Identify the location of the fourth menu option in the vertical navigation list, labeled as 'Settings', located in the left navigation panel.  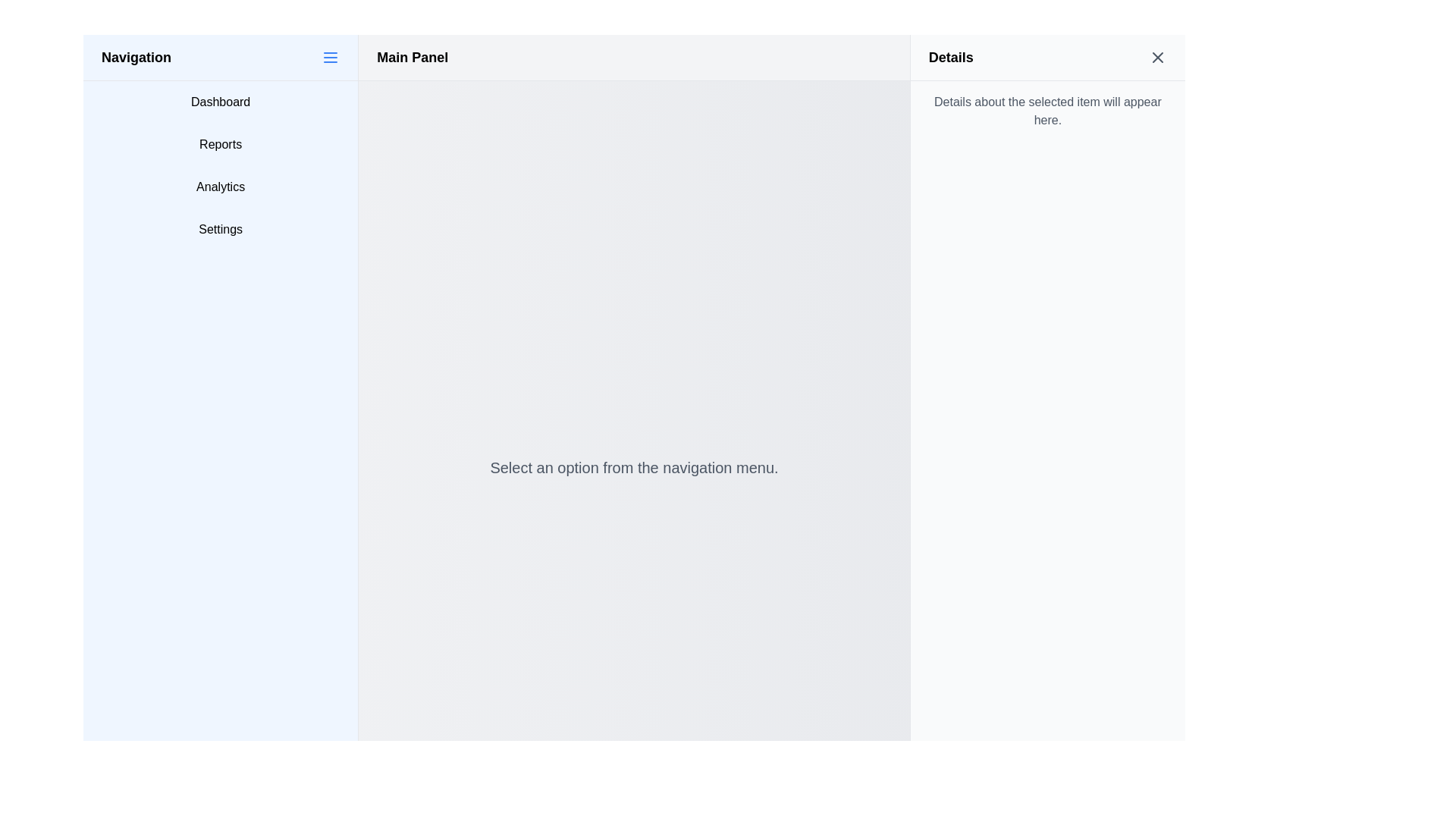
(220, 230).